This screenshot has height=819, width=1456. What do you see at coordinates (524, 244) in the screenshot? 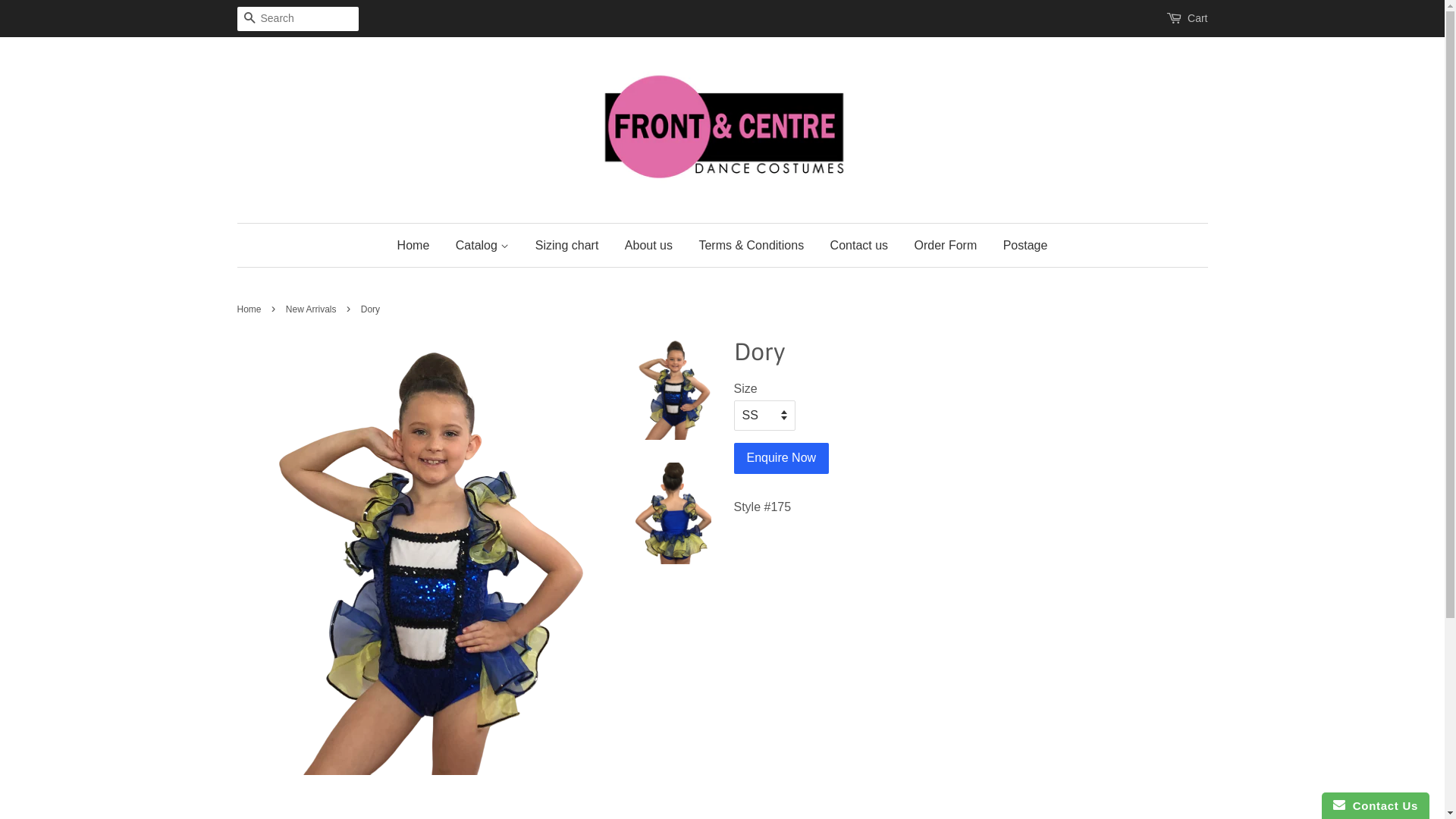
I see `'Sizing chart'` at bounding box center [524, 244].